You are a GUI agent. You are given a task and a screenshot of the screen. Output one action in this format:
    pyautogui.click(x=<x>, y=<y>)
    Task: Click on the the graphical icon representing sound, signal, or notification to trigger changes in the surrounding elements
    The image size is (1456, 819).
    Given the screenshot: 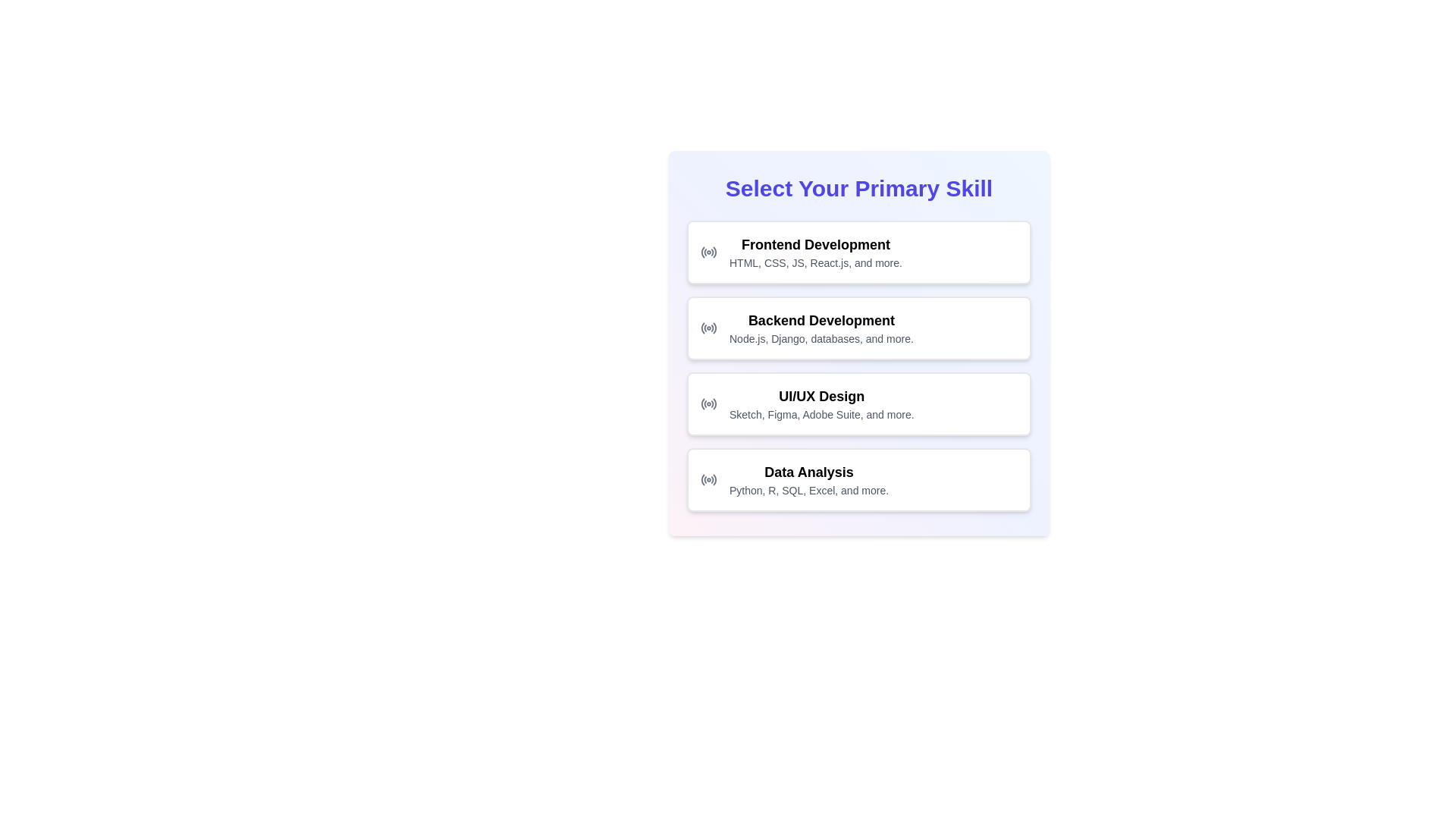 What is the action you would take?
    pyautogui.click(x=701, y=327)
    